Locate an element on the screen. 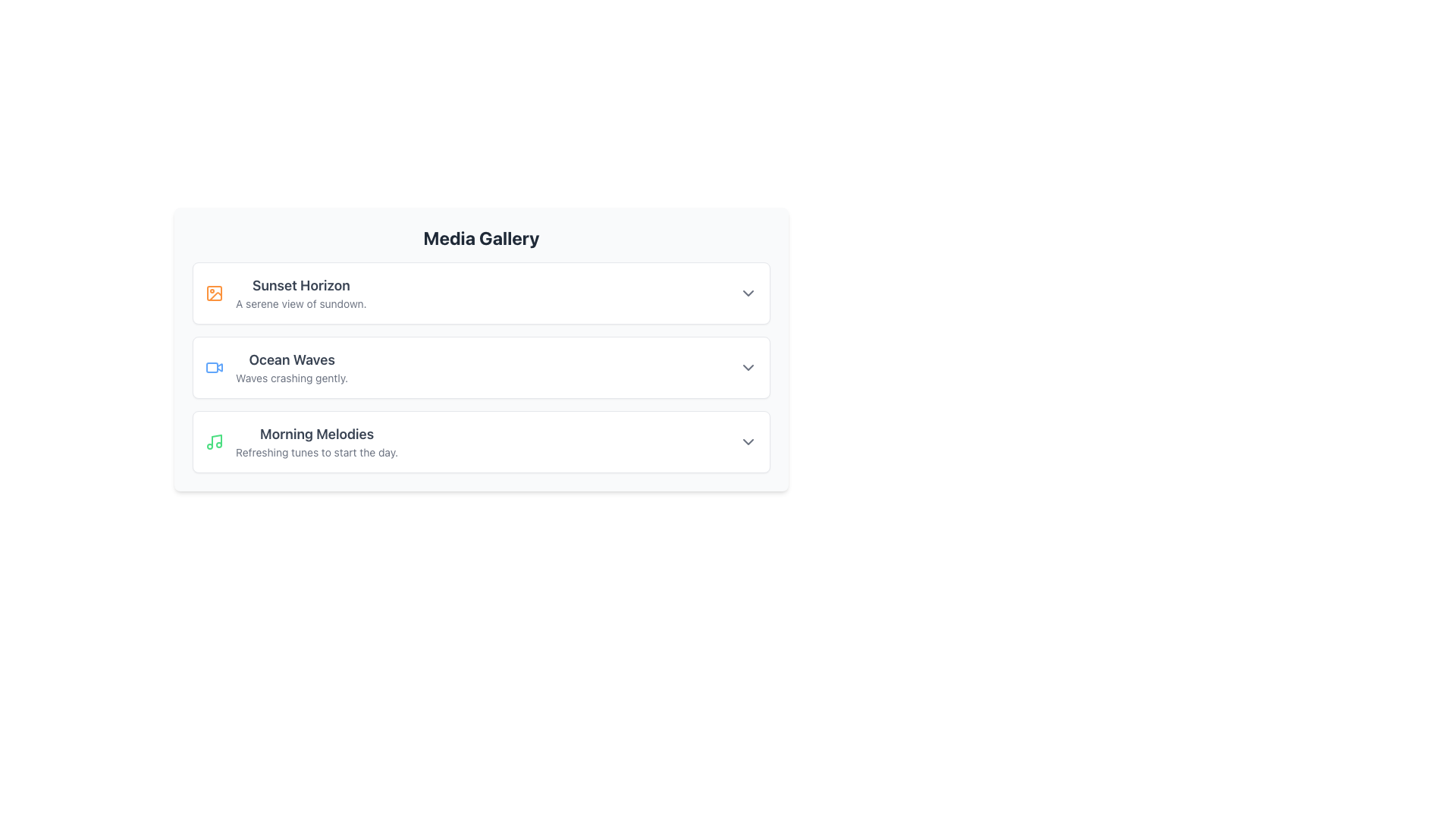 The height and width of the screenshot is (819, 1456). the photo icon representing the content of the list item labeled 'Sunset Horizon', located at the top-left corner of the first list item is located at coordinates (214, 293).